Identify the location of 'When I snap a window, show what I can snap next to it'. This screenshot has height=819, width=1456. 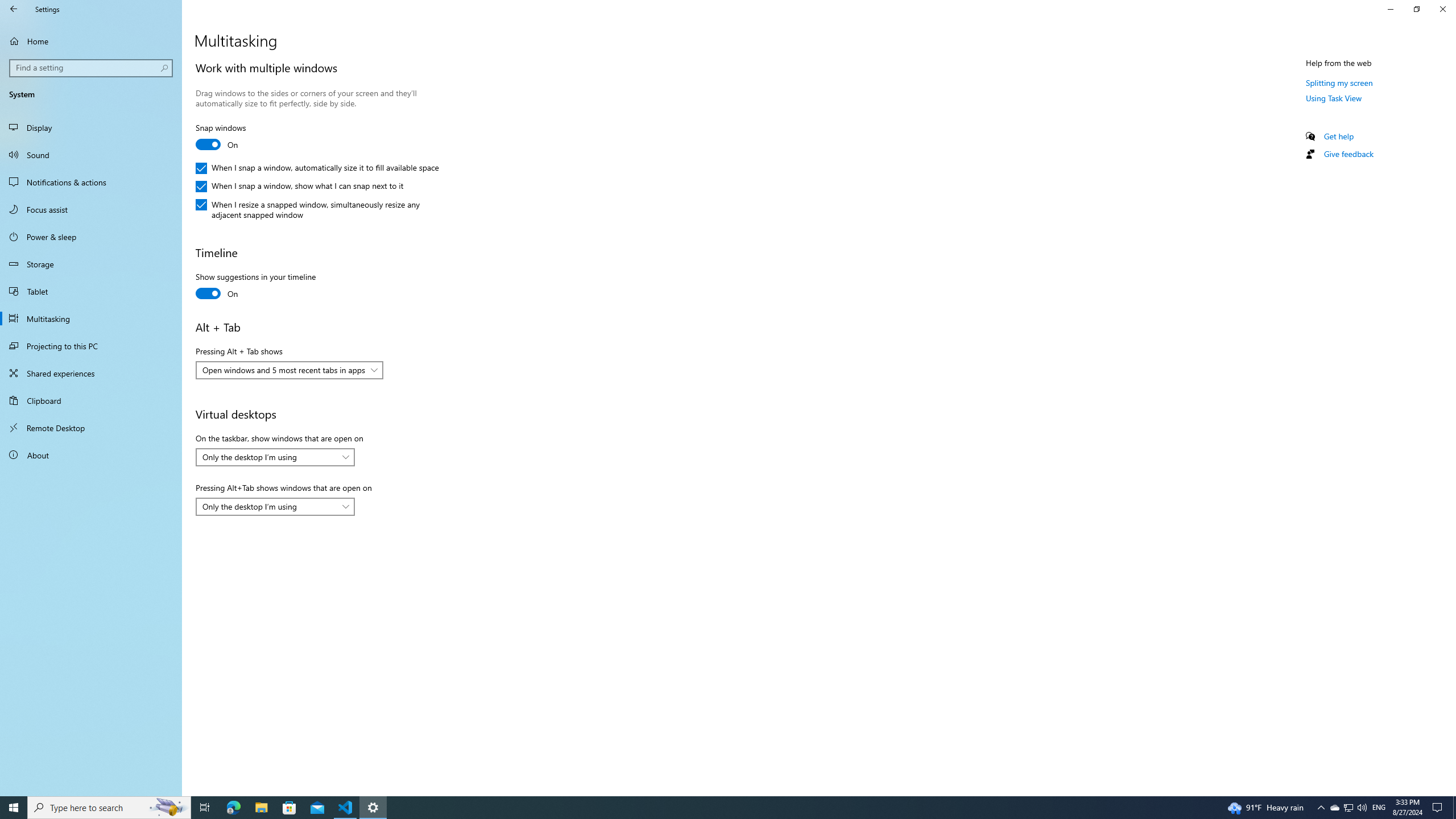
(299, 187).